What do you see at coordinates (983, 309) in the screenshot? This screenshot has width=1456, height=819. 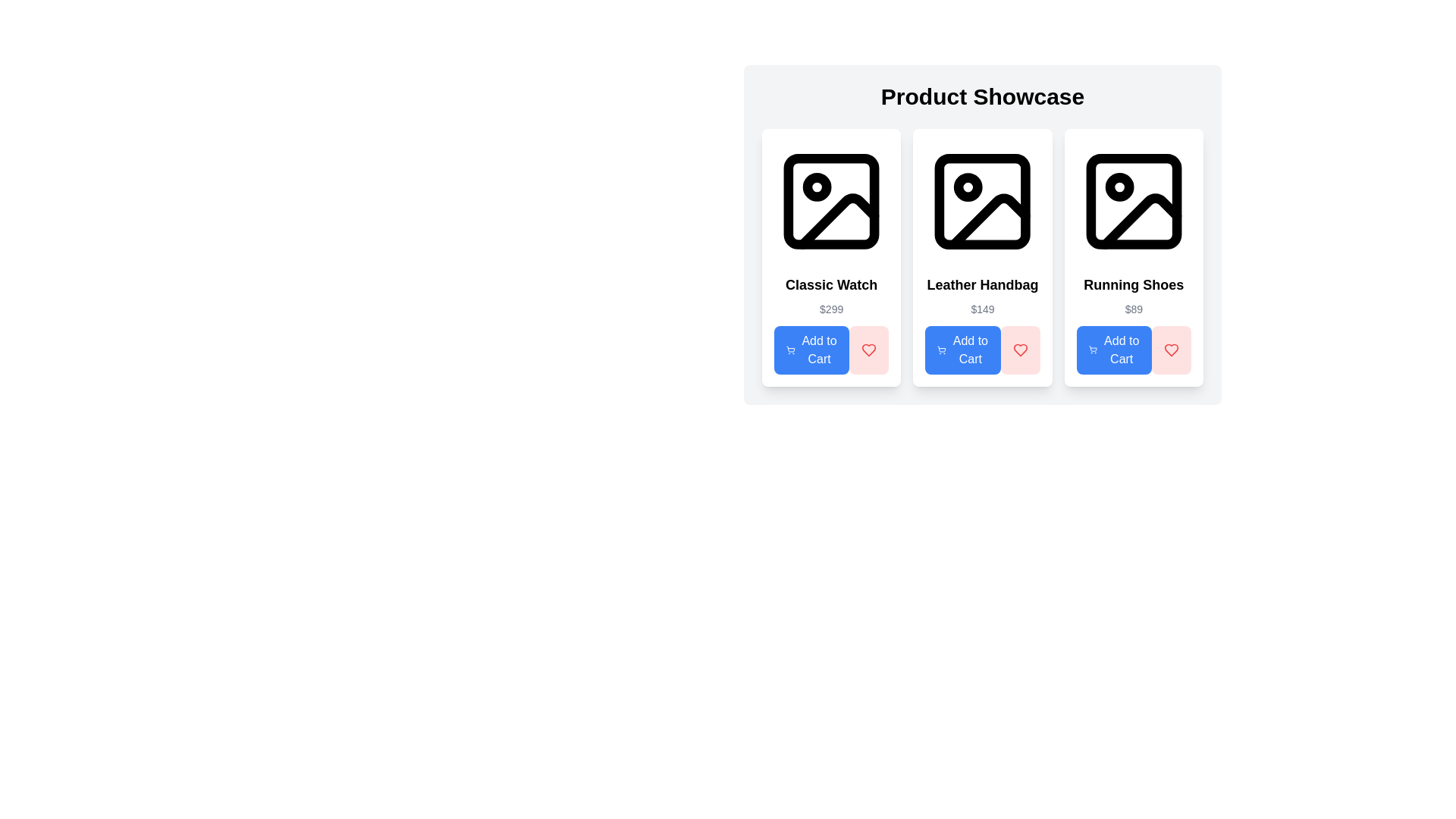 I see `text label displaying the price '$149' located under the title 'Leather Handbag' in the product listing card` at bounding box center [983, 309].